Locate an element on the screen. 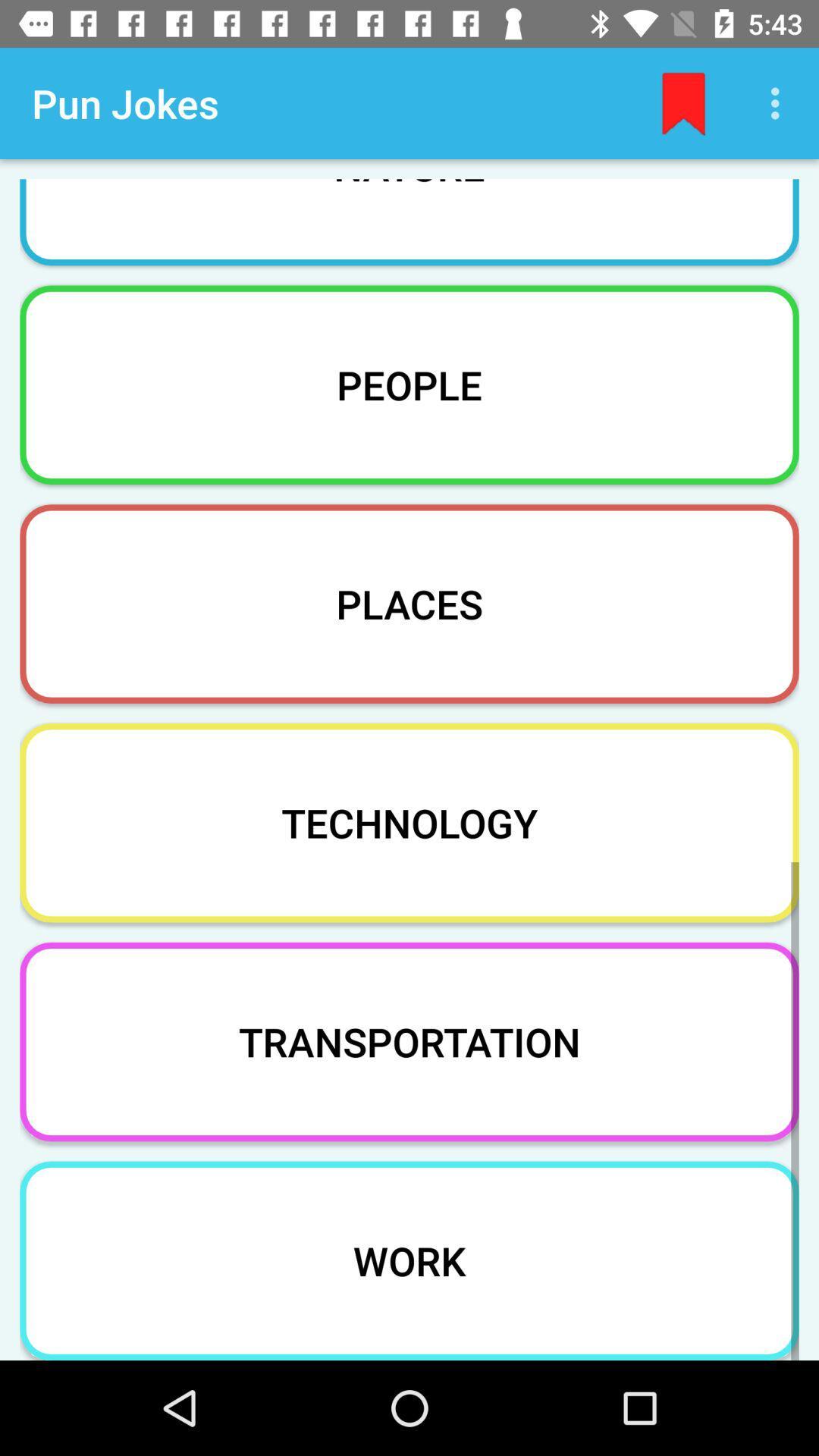 The image size is (819, 1456). item below the technology icon is located at coordinates (409, 1040).